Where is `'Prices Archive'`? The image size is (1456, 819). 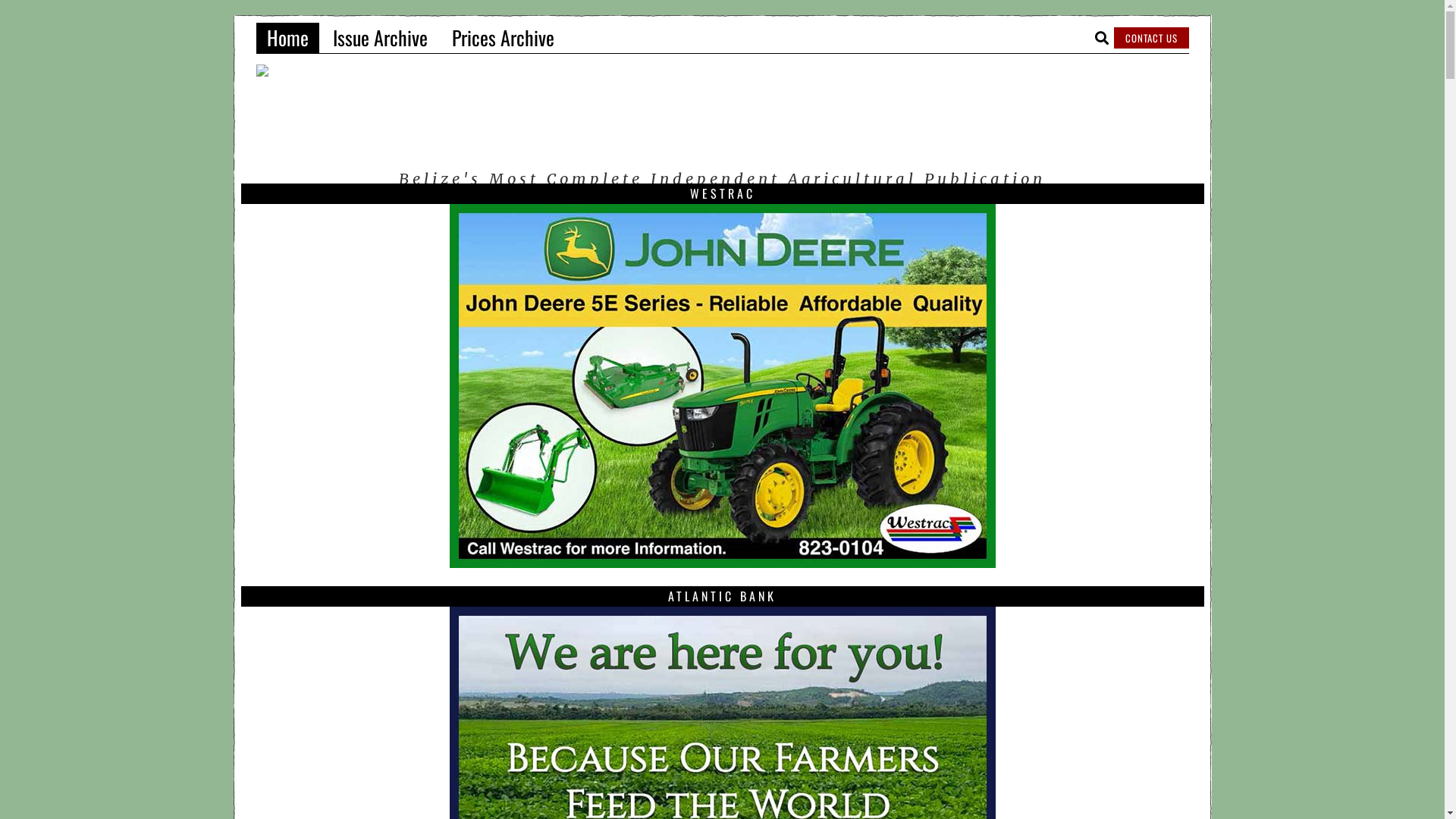 'Prices Archive' is located at coordinates (503, 37).